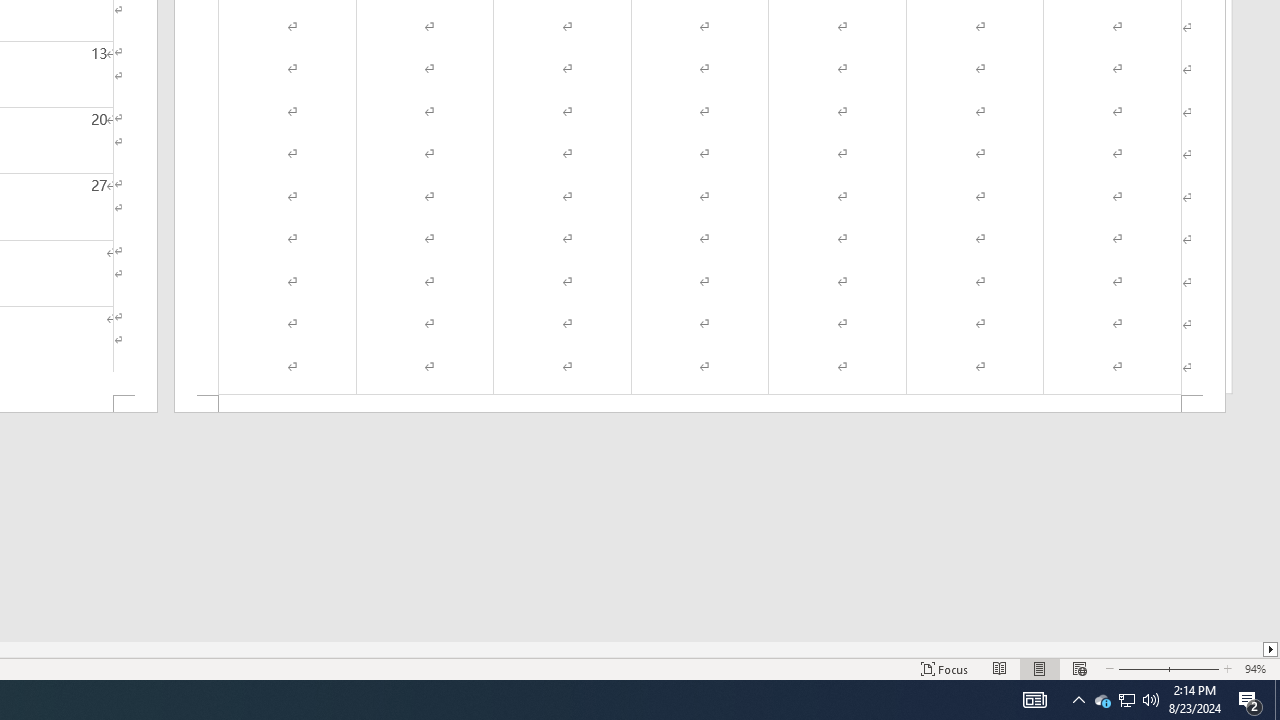 This screenshot has height=720, width=1280. Describe the element at coordinates (1000, 669) in the screenshot. I see `'Read Mode'` at that location.